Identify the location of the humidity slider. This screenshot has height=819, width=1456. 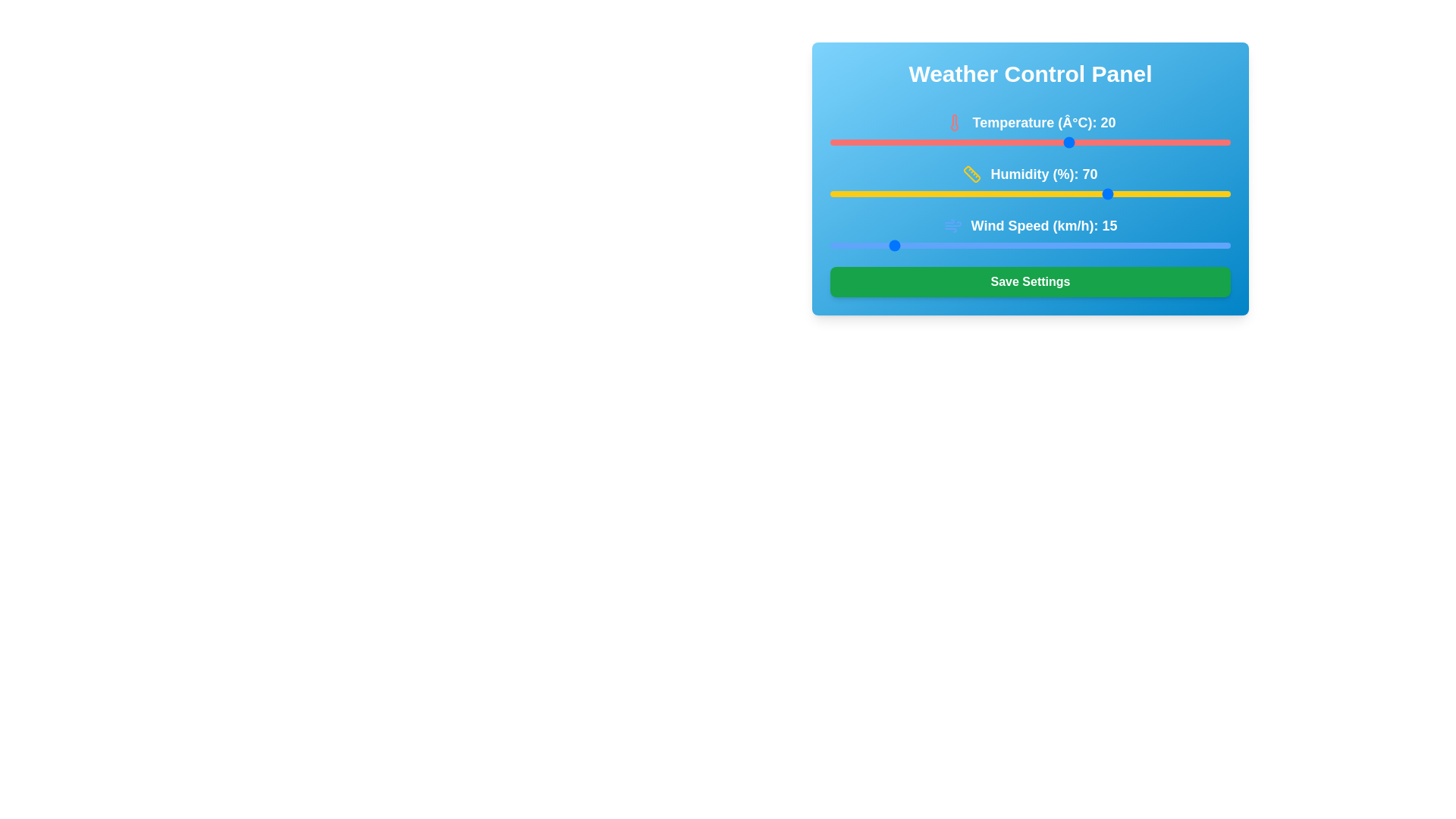
(1014, 193).